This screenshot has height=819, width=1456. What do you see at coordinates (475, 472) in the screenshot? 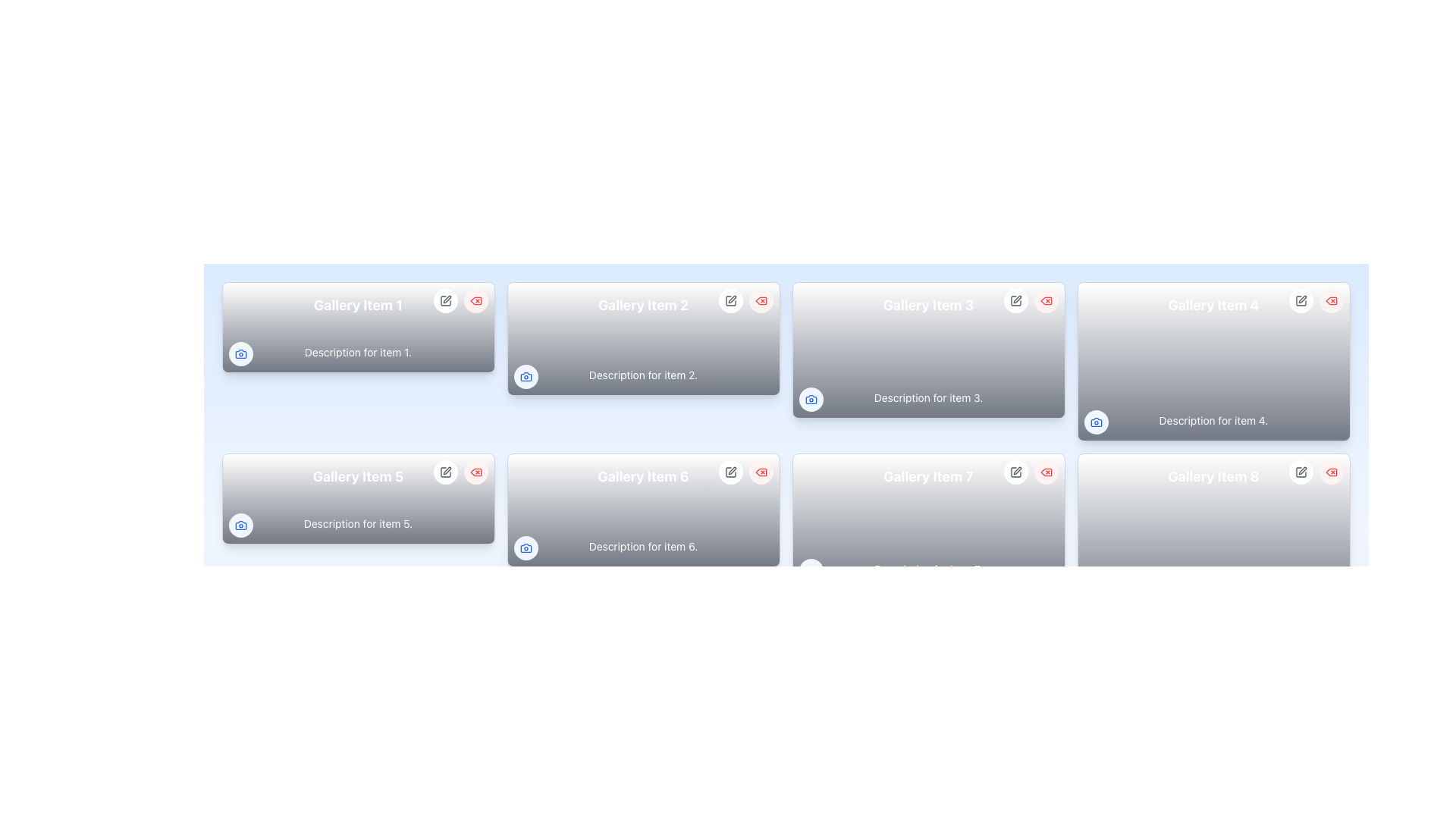
I see `the circular delete button with a light red background located in the top-right corner of the card labeled 'Gallery Item 5' to trigger the tooltip or hover effect` at bounding box center [475, 472].